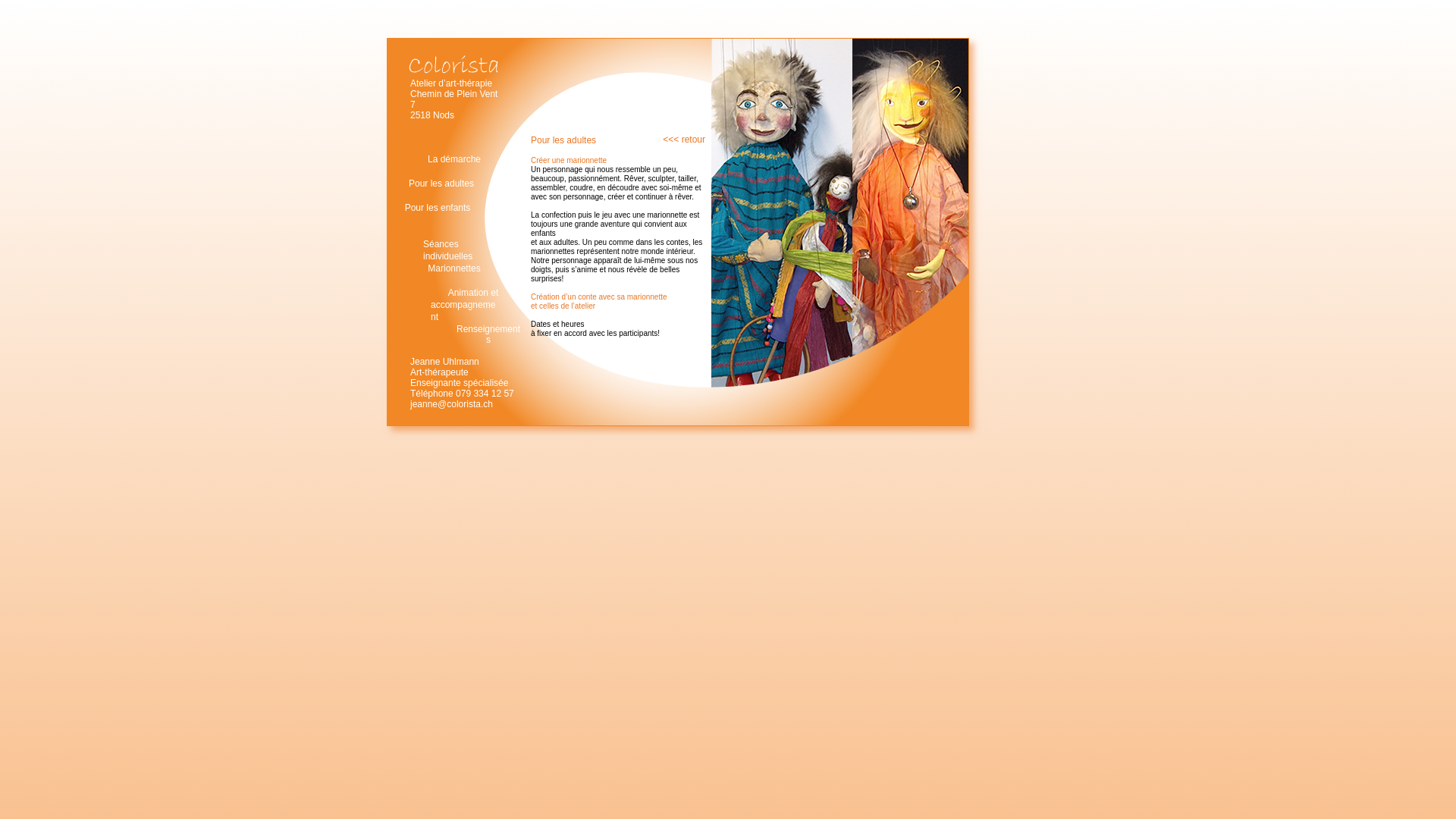 The image size is (1456, 819). What do you see at coordinates (440, 184) in the screenshot?
I see `'Pour les adultes'` at bounding box center [440, 184].